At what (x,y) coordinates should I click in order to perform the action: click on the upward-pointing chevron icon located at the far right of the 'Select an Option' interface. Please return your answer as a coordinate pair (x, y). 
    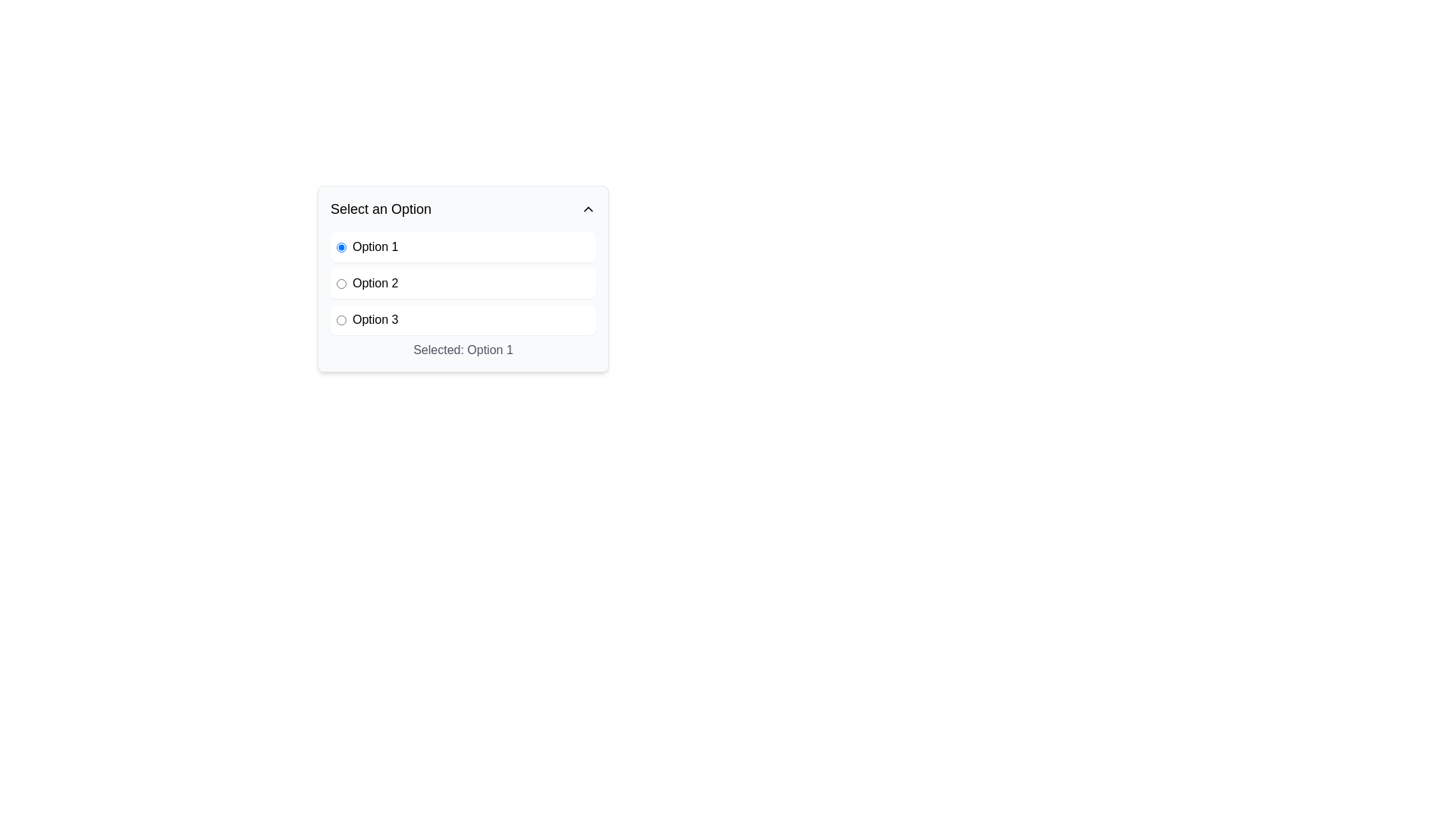
    Looking at the image, I should click on (588, 209).